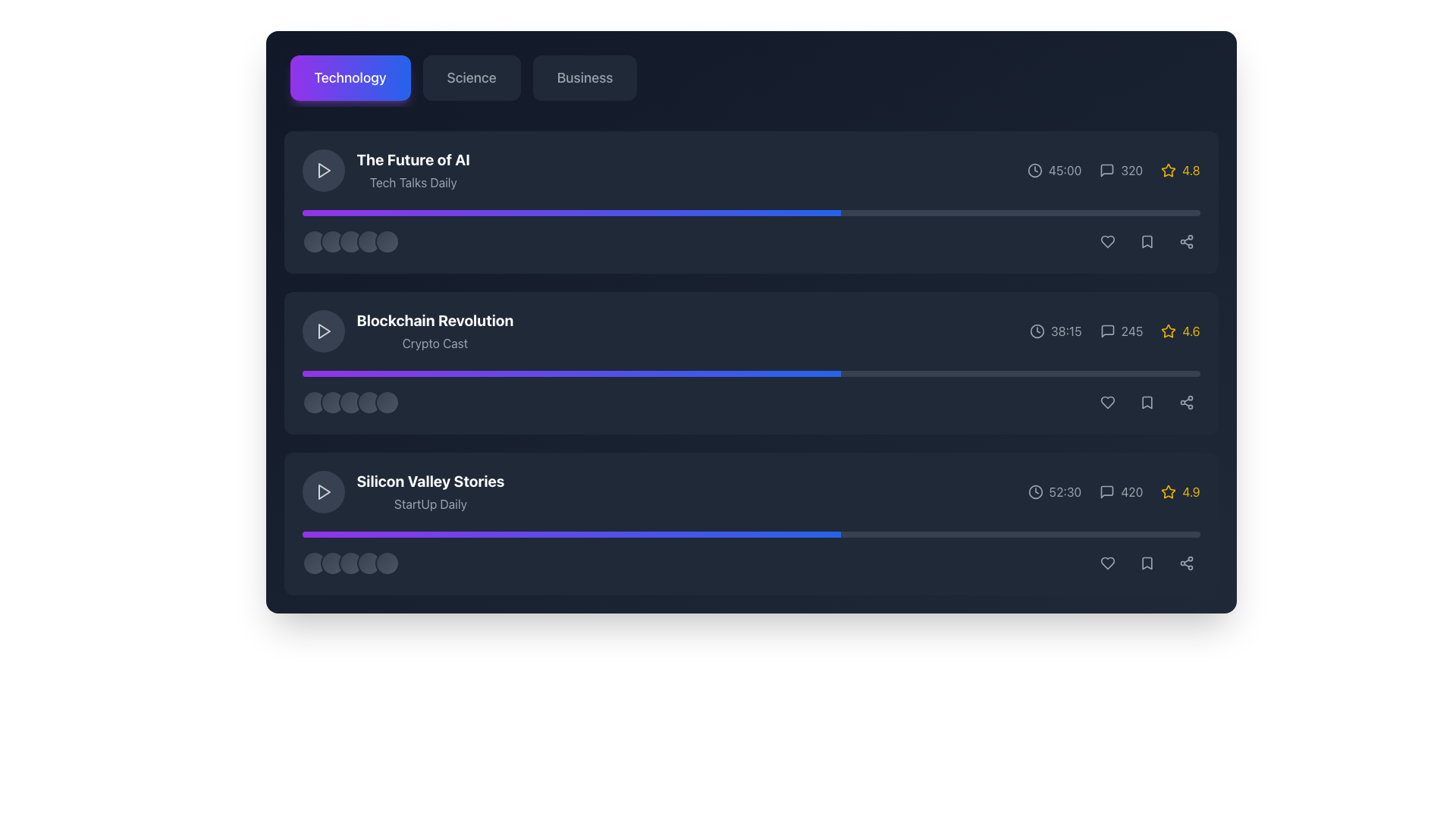 This screenshot has height=819, width=1456. Describe the element at coordinates (1064, 170) in the screenshot. I see `the text label displaying '45:00', which is light gray in color and located between a clock icon and the number '320'` at that location.